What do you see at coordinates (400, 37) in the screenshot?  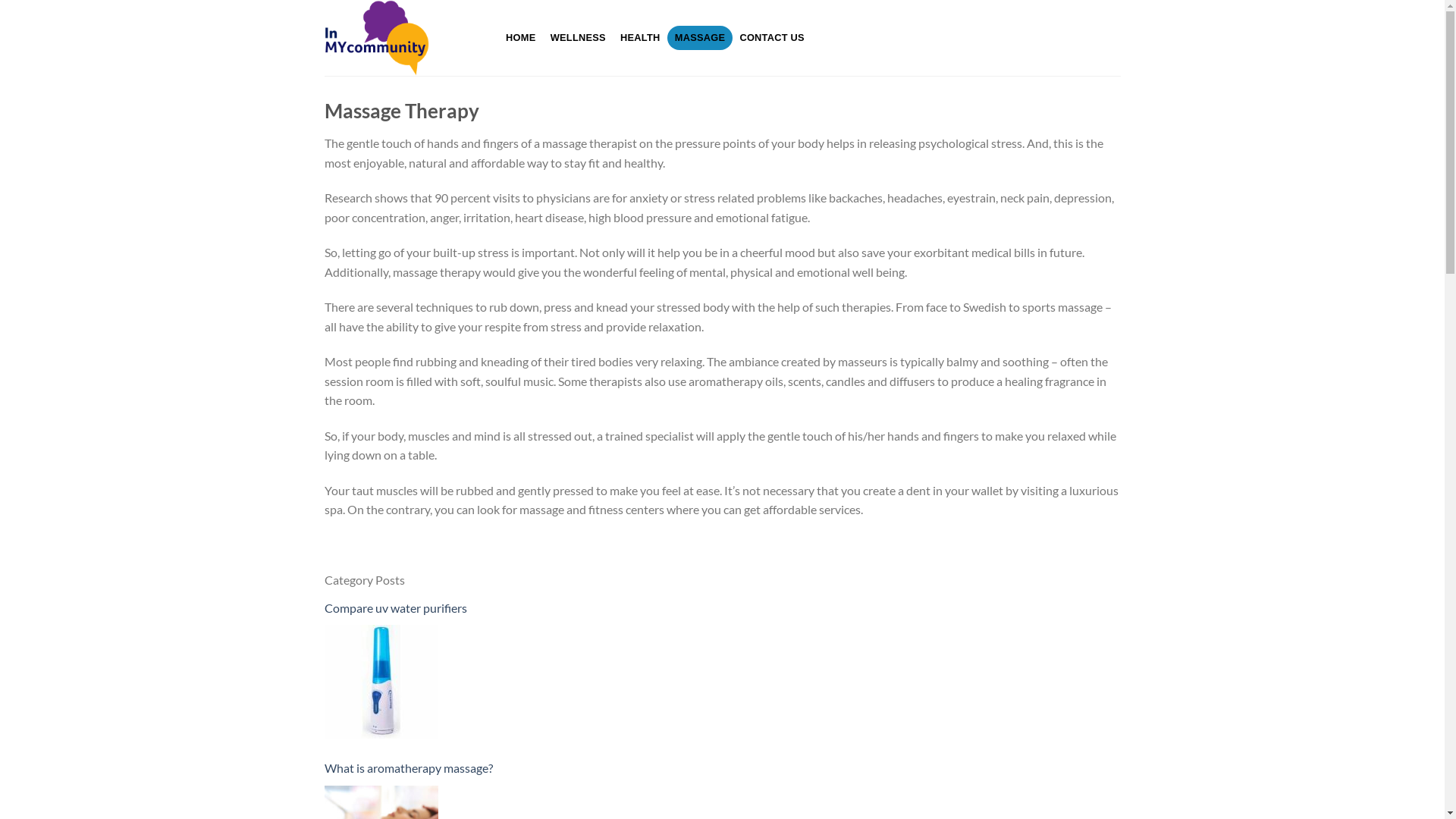 I see `'Wellness Approach To Health Blog & Forums - Get Healthy'` at bounding box center [400, 37].